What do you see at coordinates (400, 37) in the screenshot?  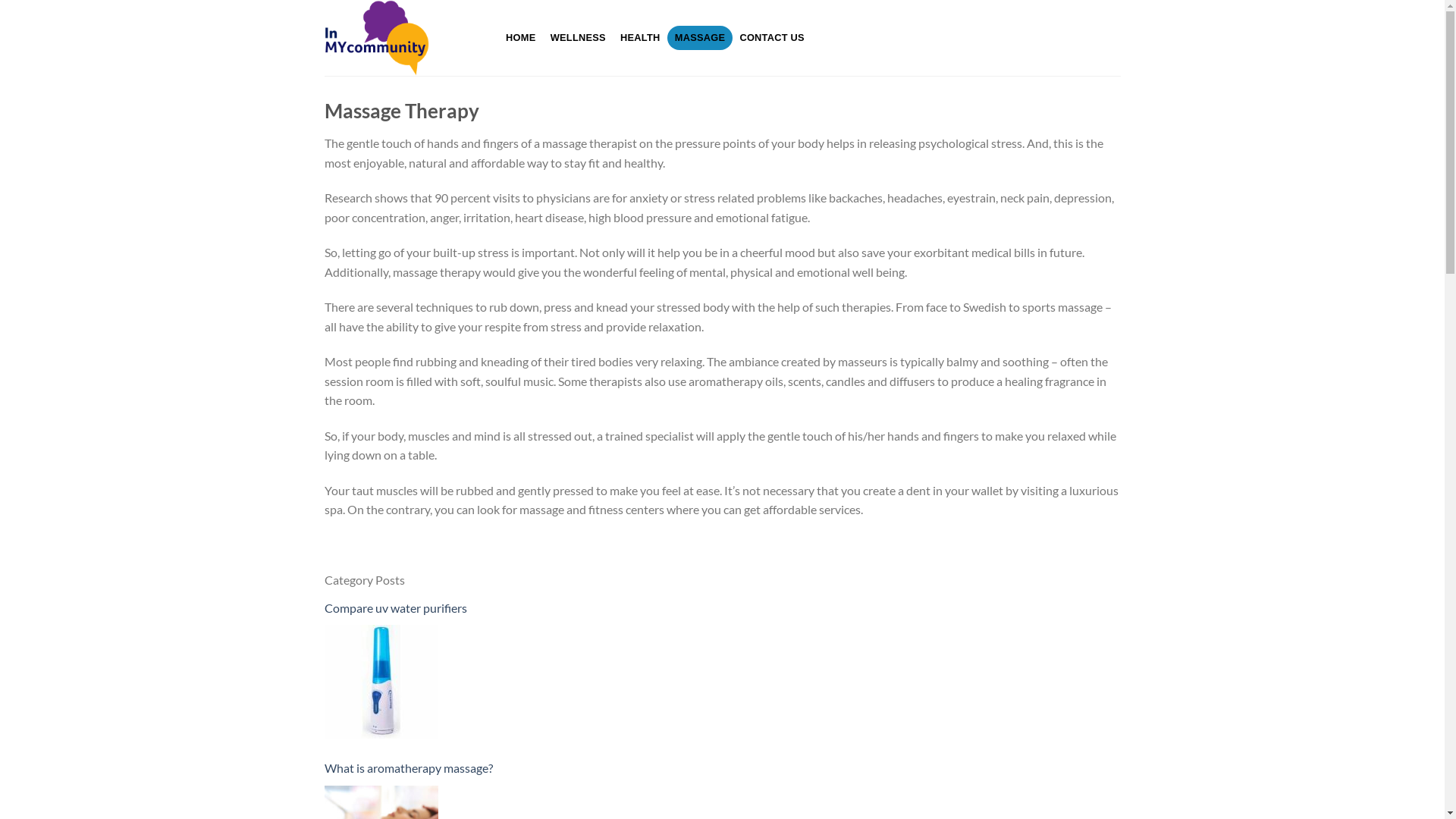 I see `'Wellness Approach To Health Blog & Forums - Get Healthy'` at bounding box center [400, 37].